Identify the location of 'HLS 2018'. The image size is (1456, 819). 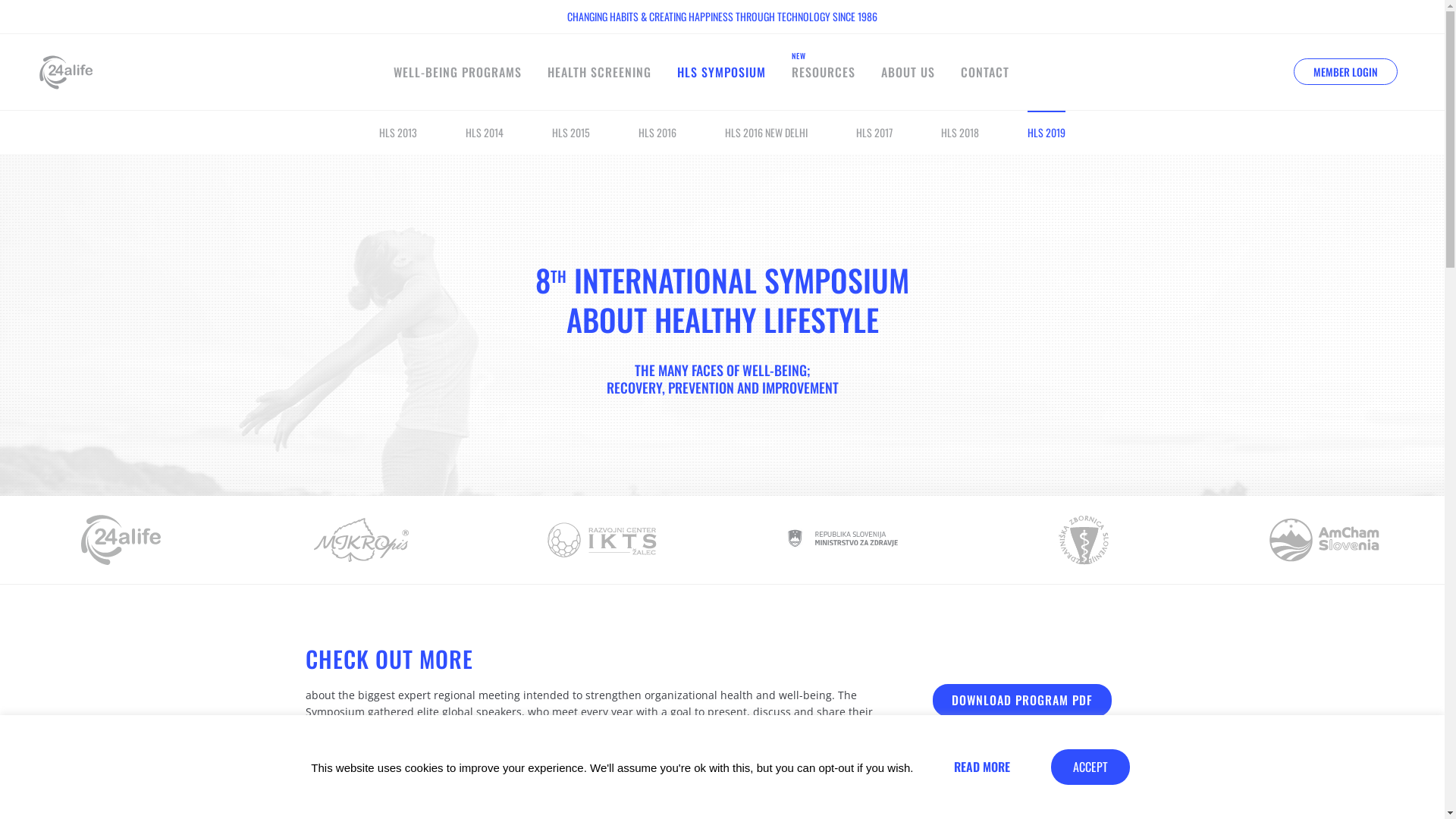
(959, 131).